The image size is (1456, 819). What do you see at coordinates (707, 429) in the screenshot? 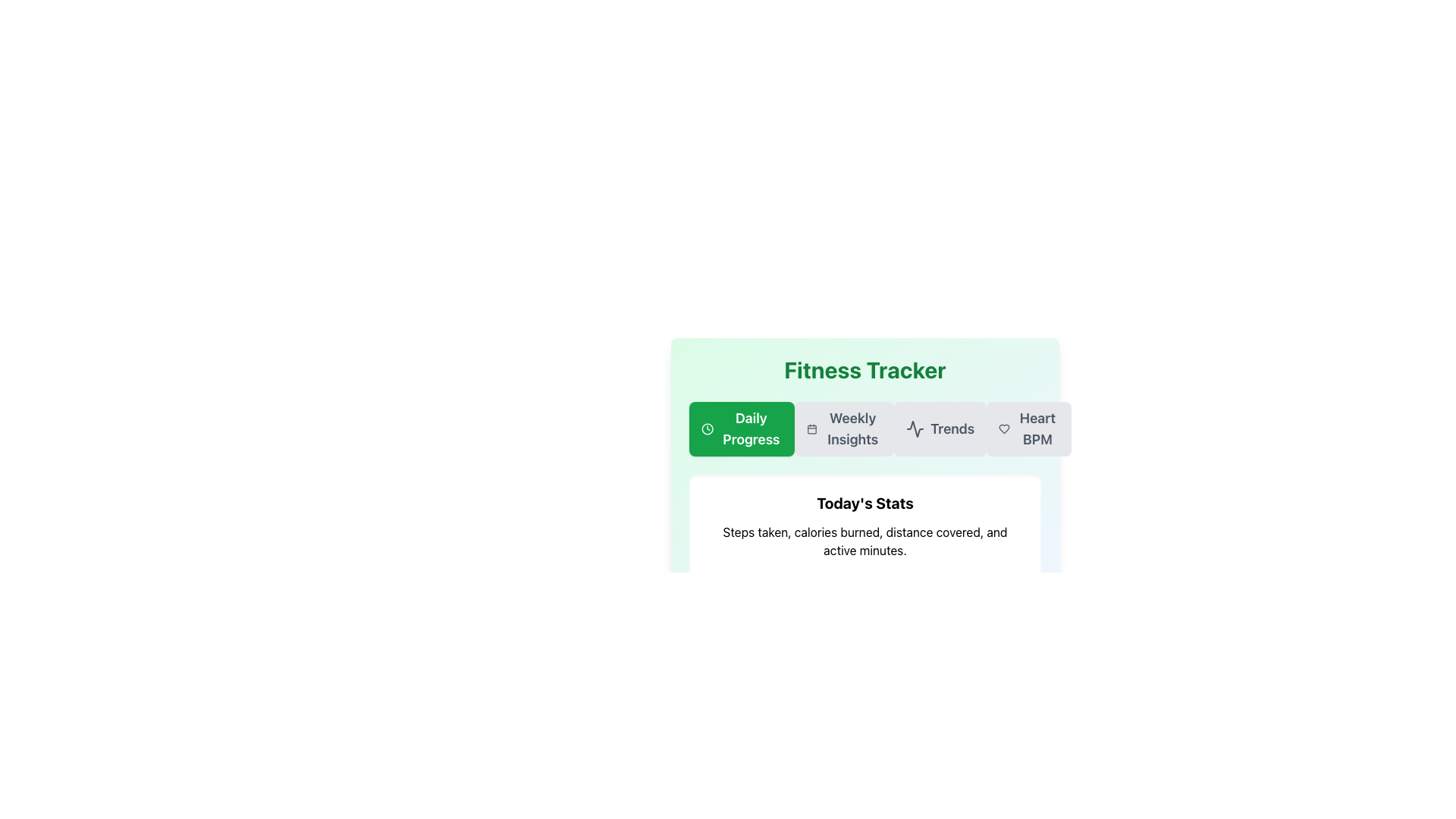
I see `the Circular graphic within the SVG that visually represents the 'Daily Progress' section of the clock icon in the menu header` at bounding box center [707, 429].